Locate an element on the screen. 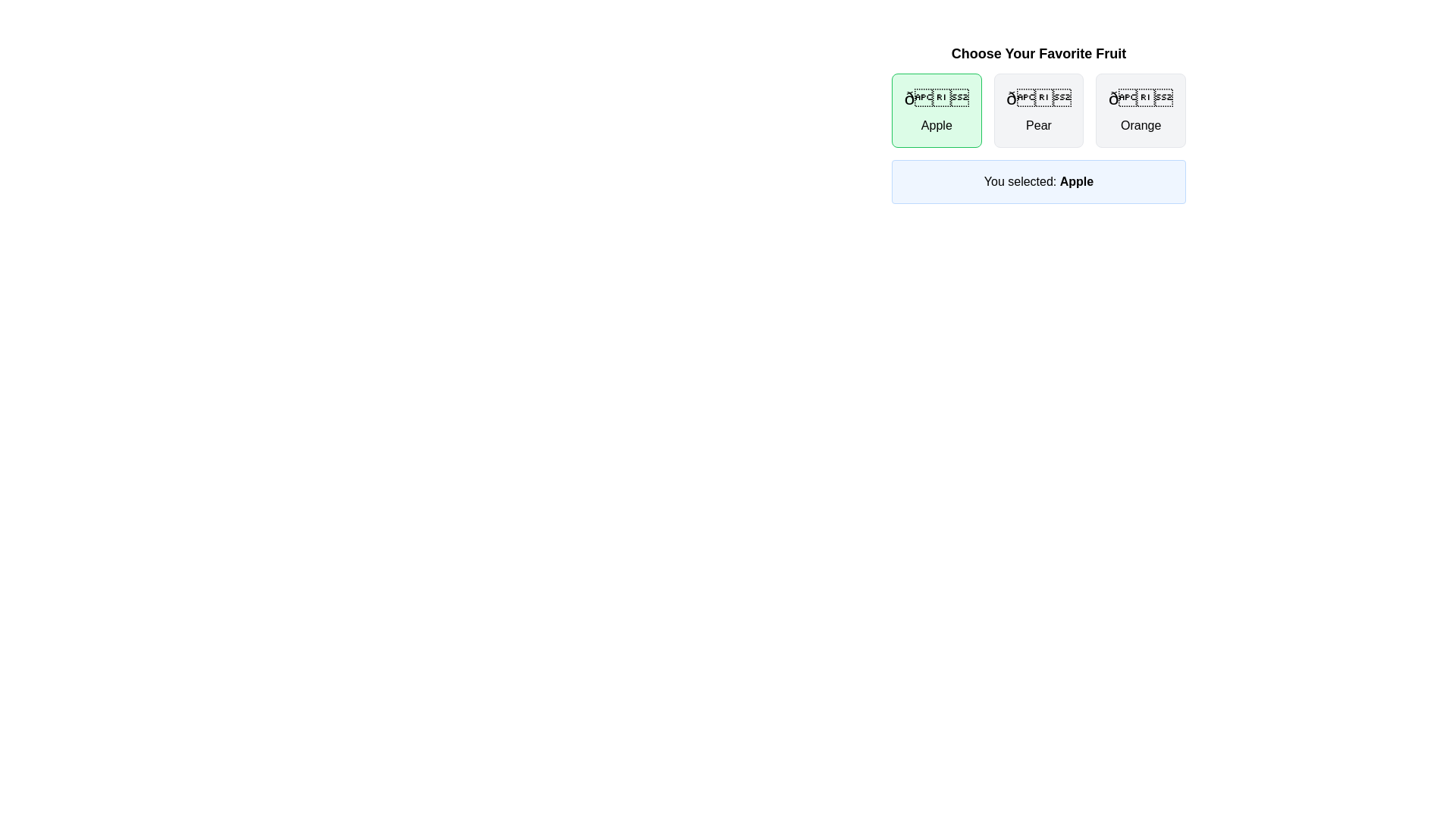  the static text label that identifies the fruit 'Orange', located beneath the emoji representation within the third card in the horizontal sequence is located at coordinates (1141, 124).